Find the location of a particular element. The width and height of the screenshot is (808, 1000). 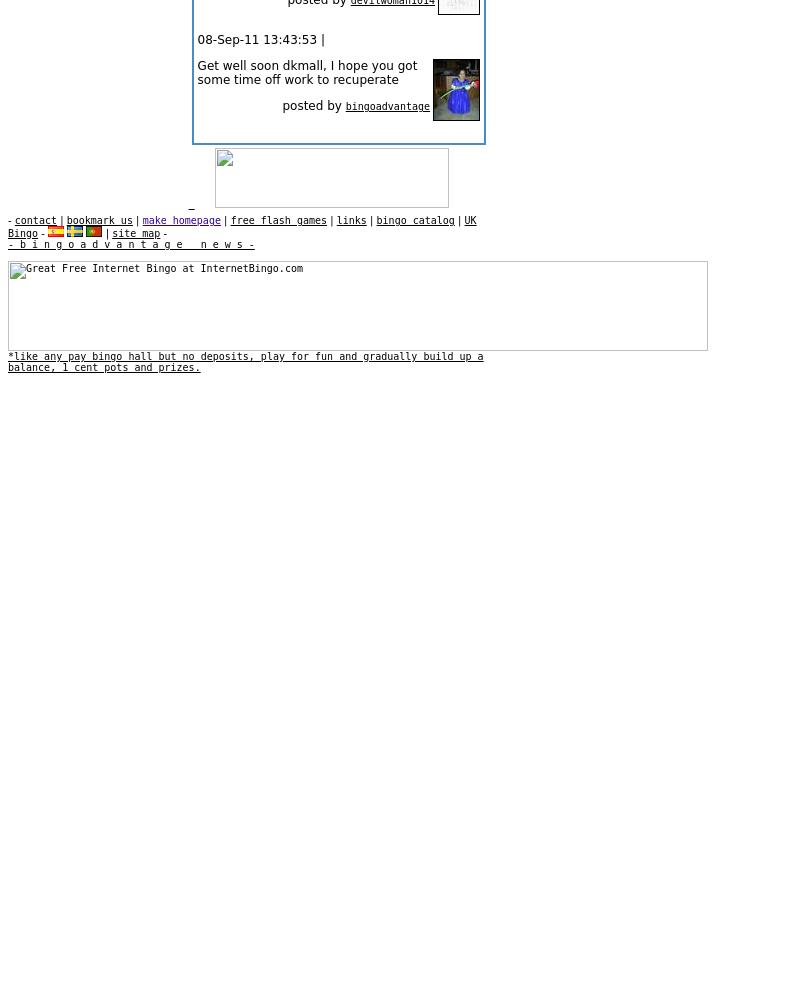

'*like any pay bingo hall but no deposits, play for fun and gradually build up a balance, 1 cent pots and prizes.' is located at coordinates (7, 361).